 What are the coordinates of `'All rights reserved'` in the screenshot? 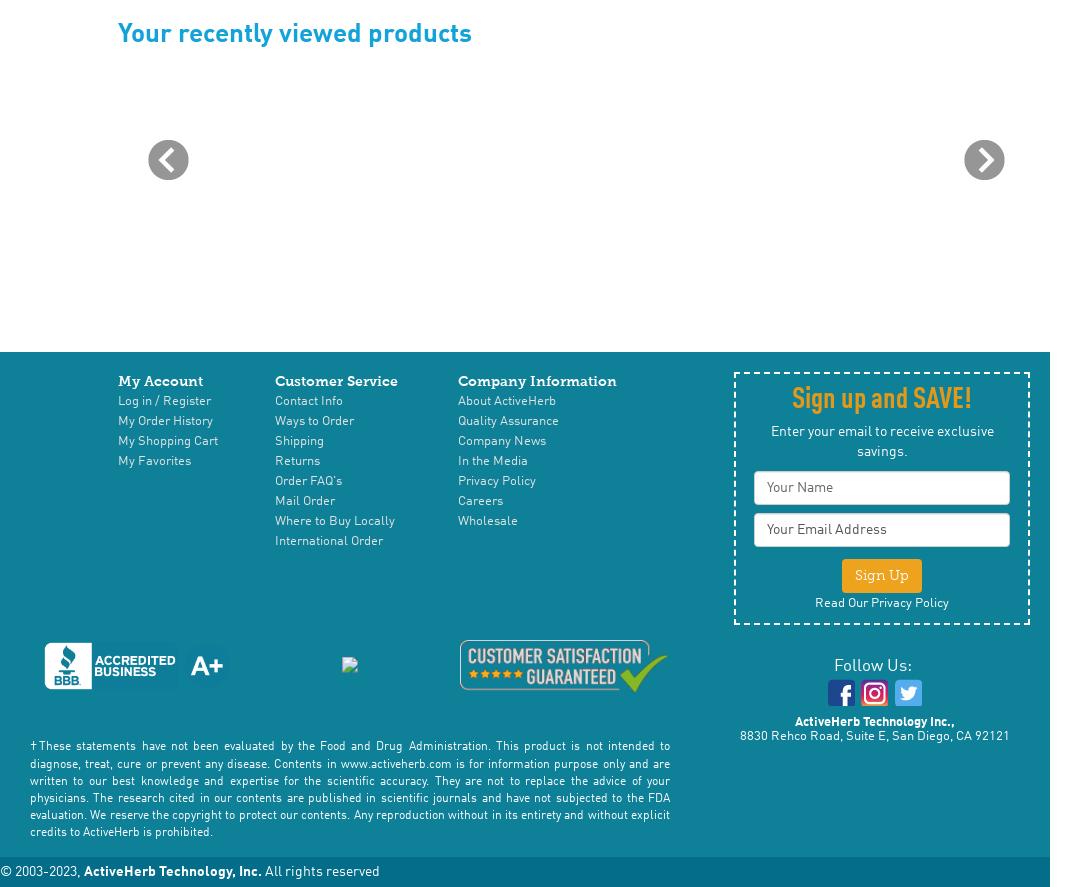 It's located at (264, 871).